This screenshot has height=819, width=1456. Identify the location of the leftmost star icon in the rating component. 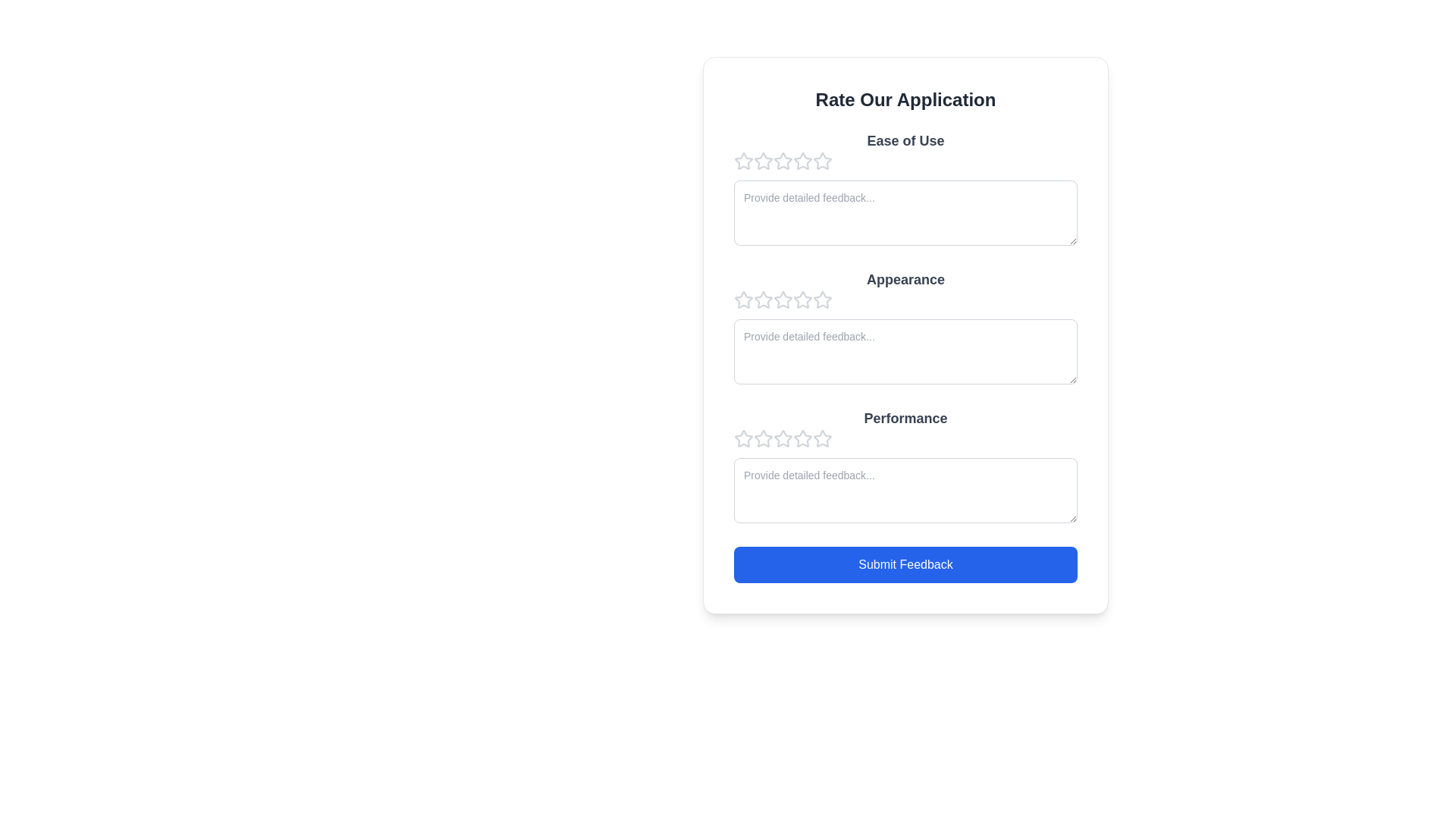
(743, 161).